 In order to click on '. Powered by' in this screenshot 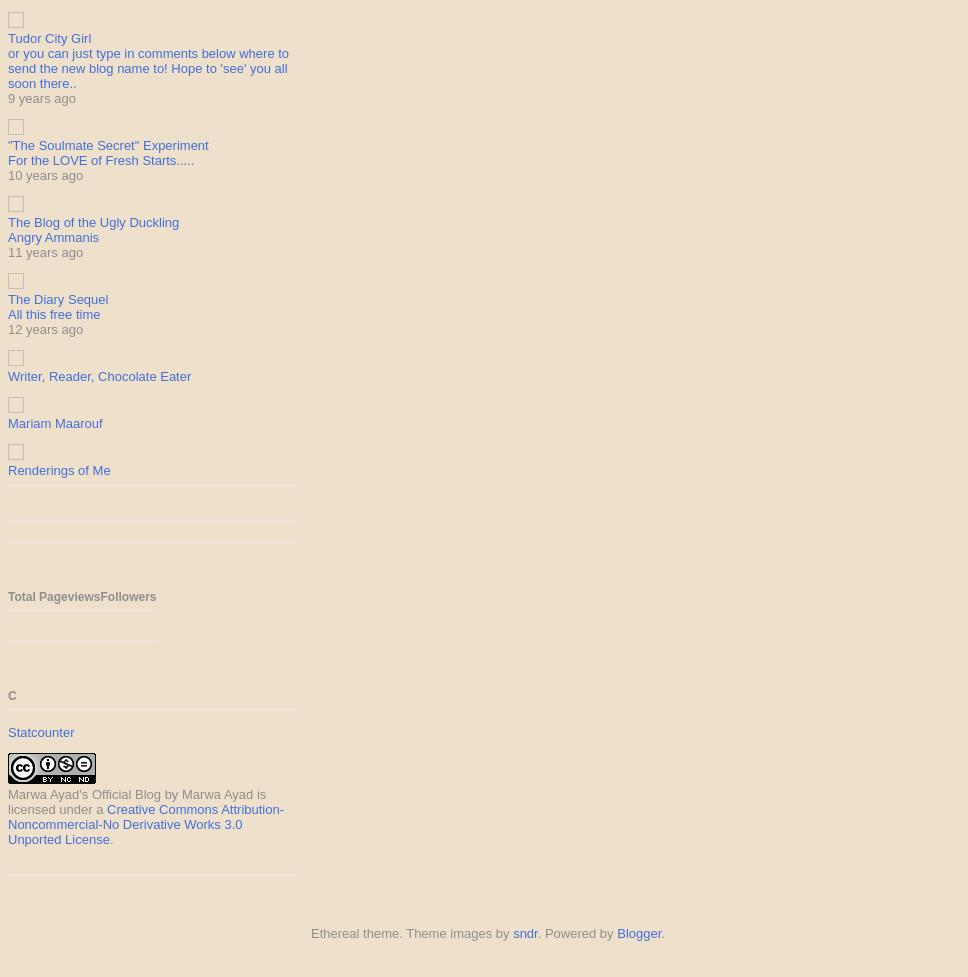, I will do `click(577, 932)`.